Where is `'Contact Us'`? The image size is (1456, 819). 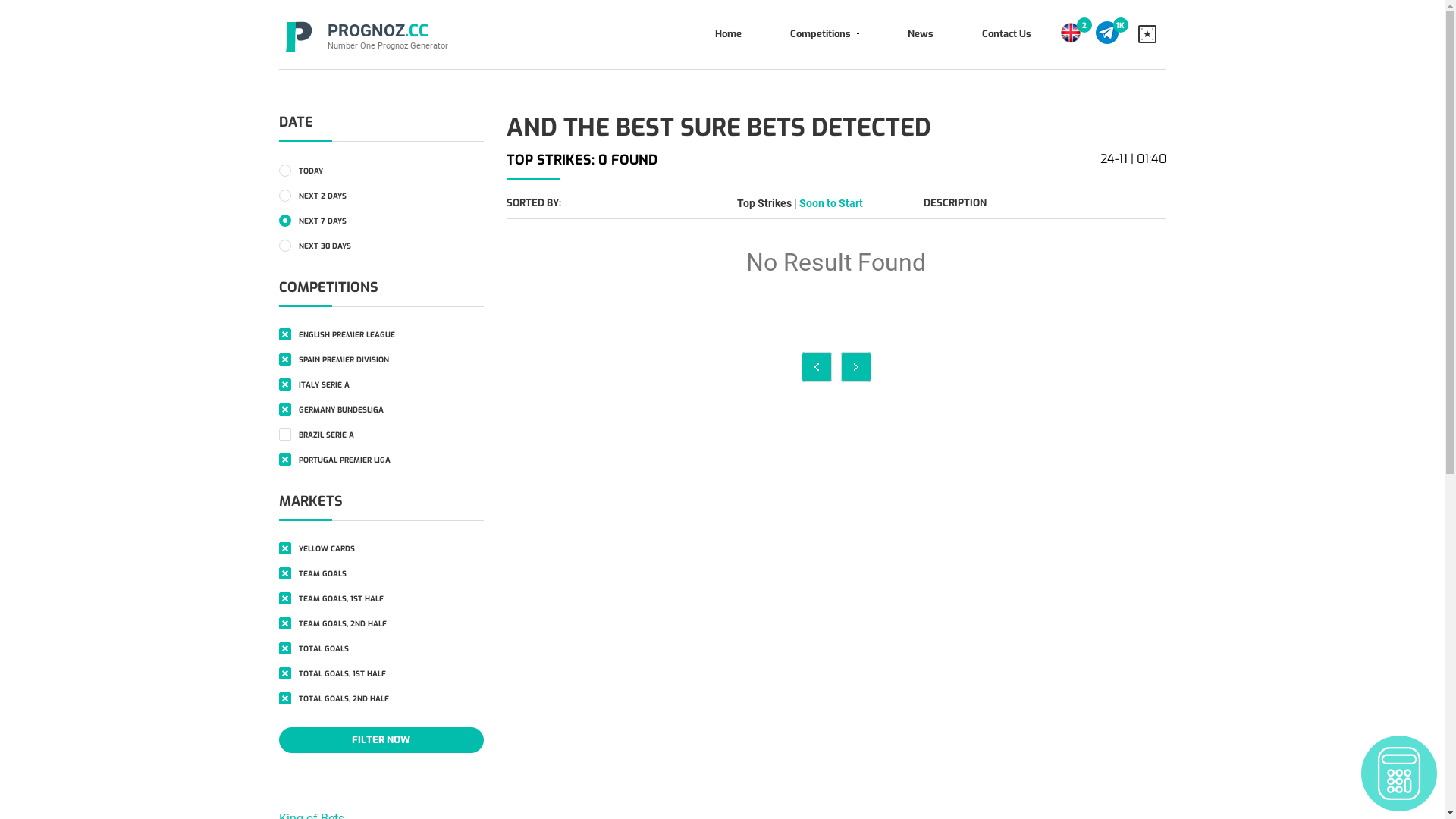 'Contact Us' is located at coordinates (1006, 34).